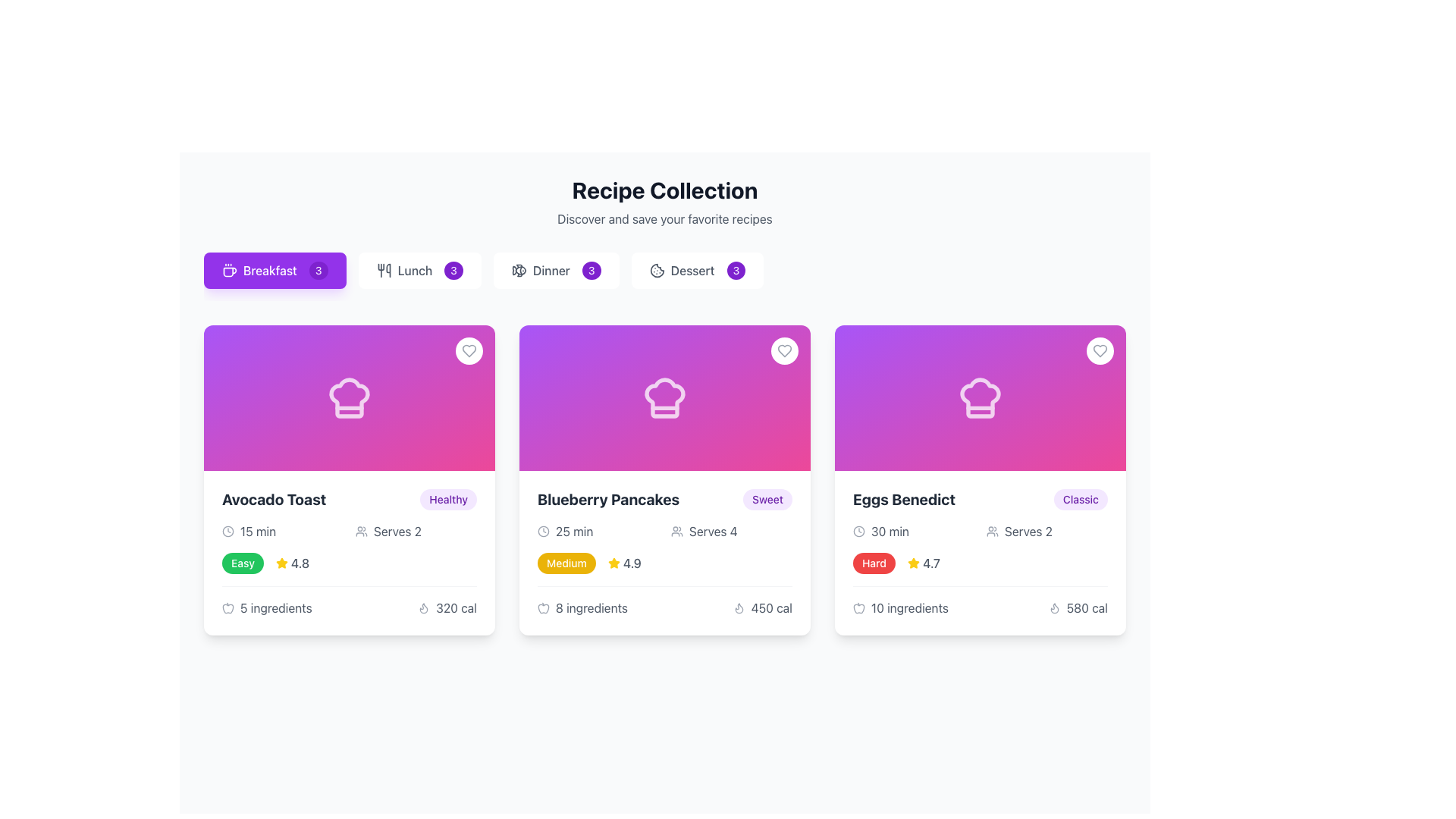 This screenshot has height=819, width=1456. I want to click on the informational label displaying '450 cal' beside the flame icon located at the bottom-right corner of the 'Blueberry Pancakes' card, so click(762, 607).